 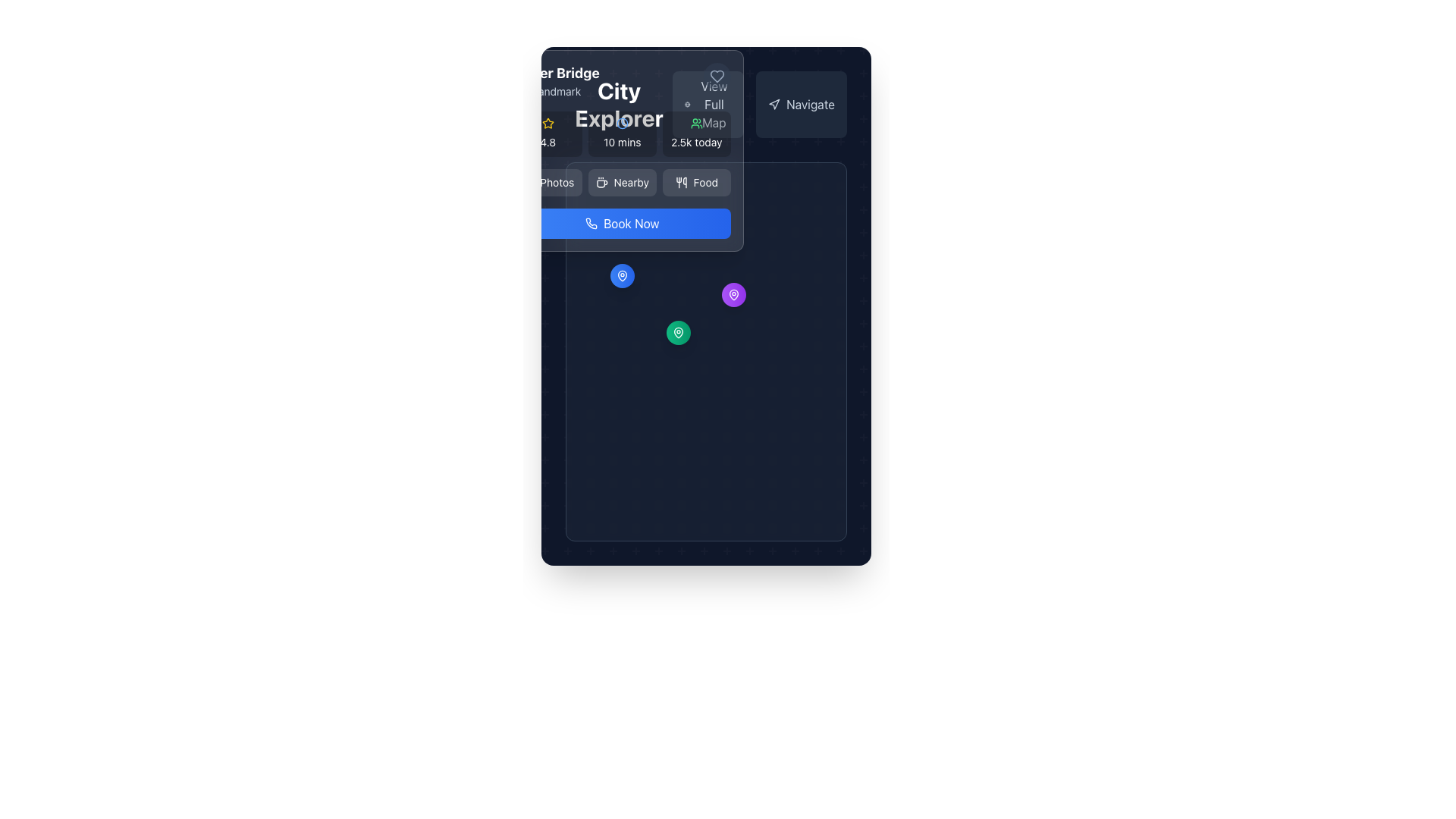 What do you see at coordinates (619, 104) in the screenshot?
I see `the text label displaying 'City Explorer', which is styled in bold, large white font against a darker background, located near the top left of the interface` at bounding box center [619, 104].